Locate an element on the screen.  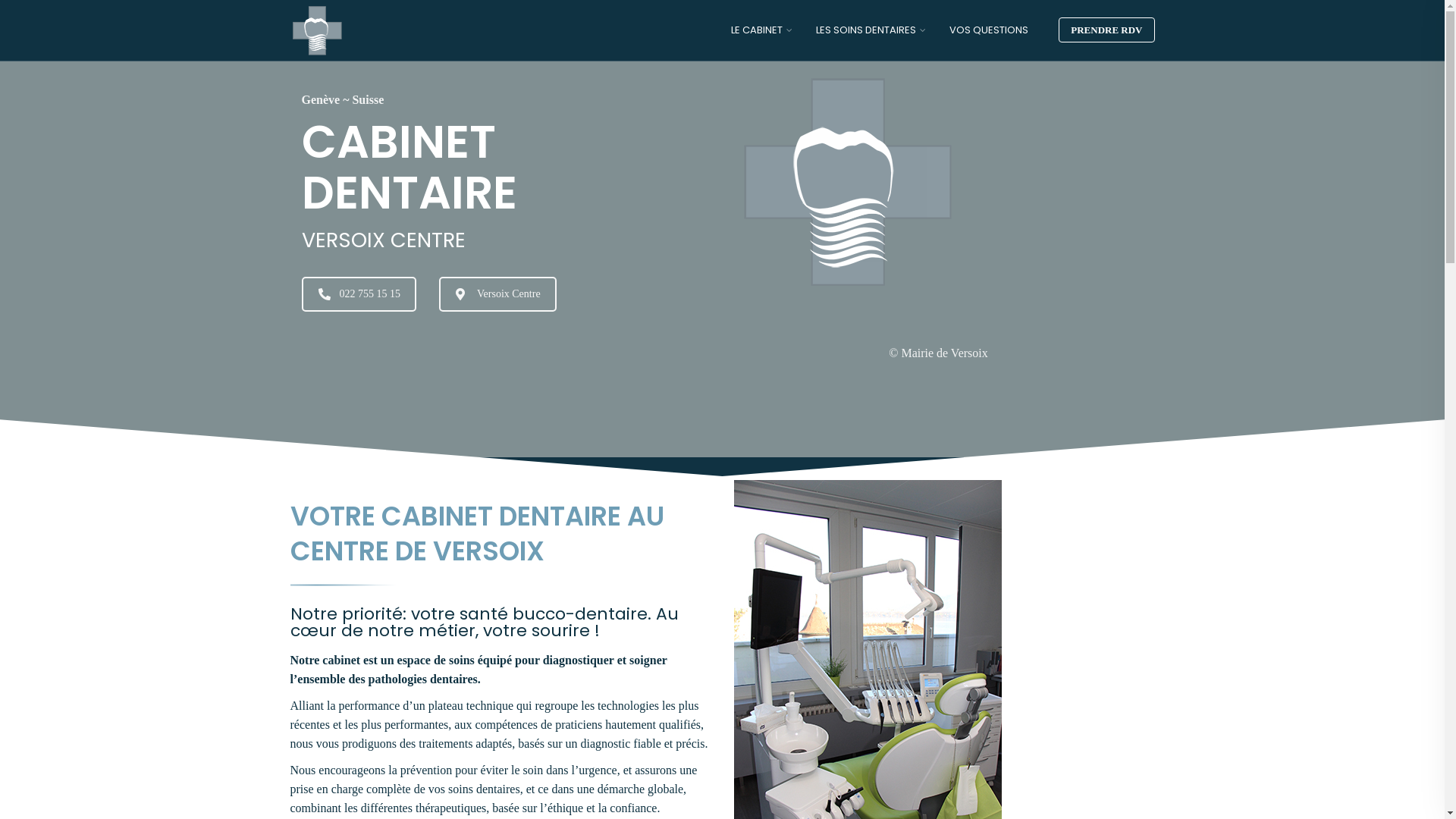
'022 755 15 15' is located at coordinates (359, 293).